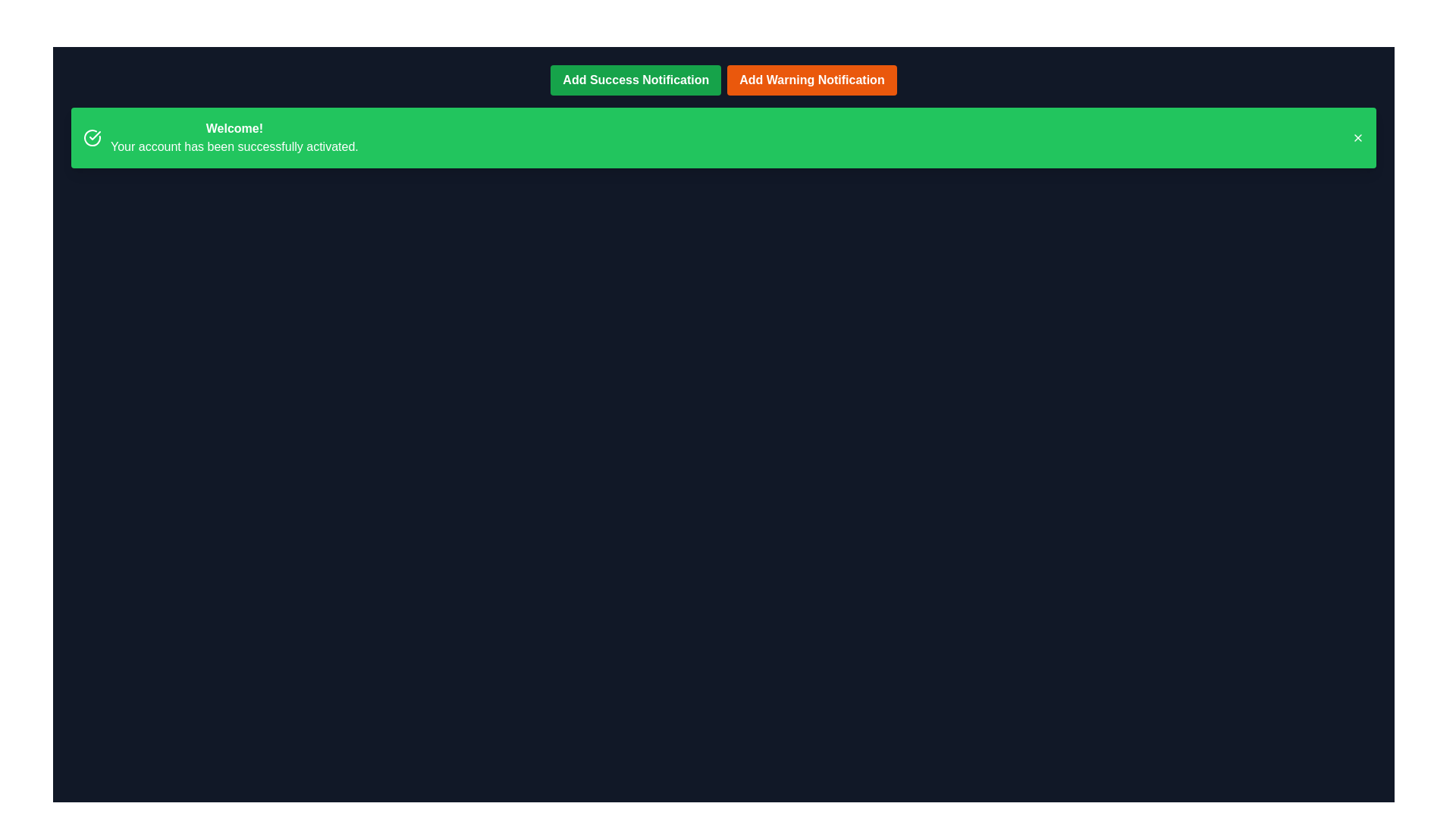 This screenshot has height=819, width=1456. I want to click on the green button labeled 'Add Success Notification' located at the top of the interface, so click(635, 80).